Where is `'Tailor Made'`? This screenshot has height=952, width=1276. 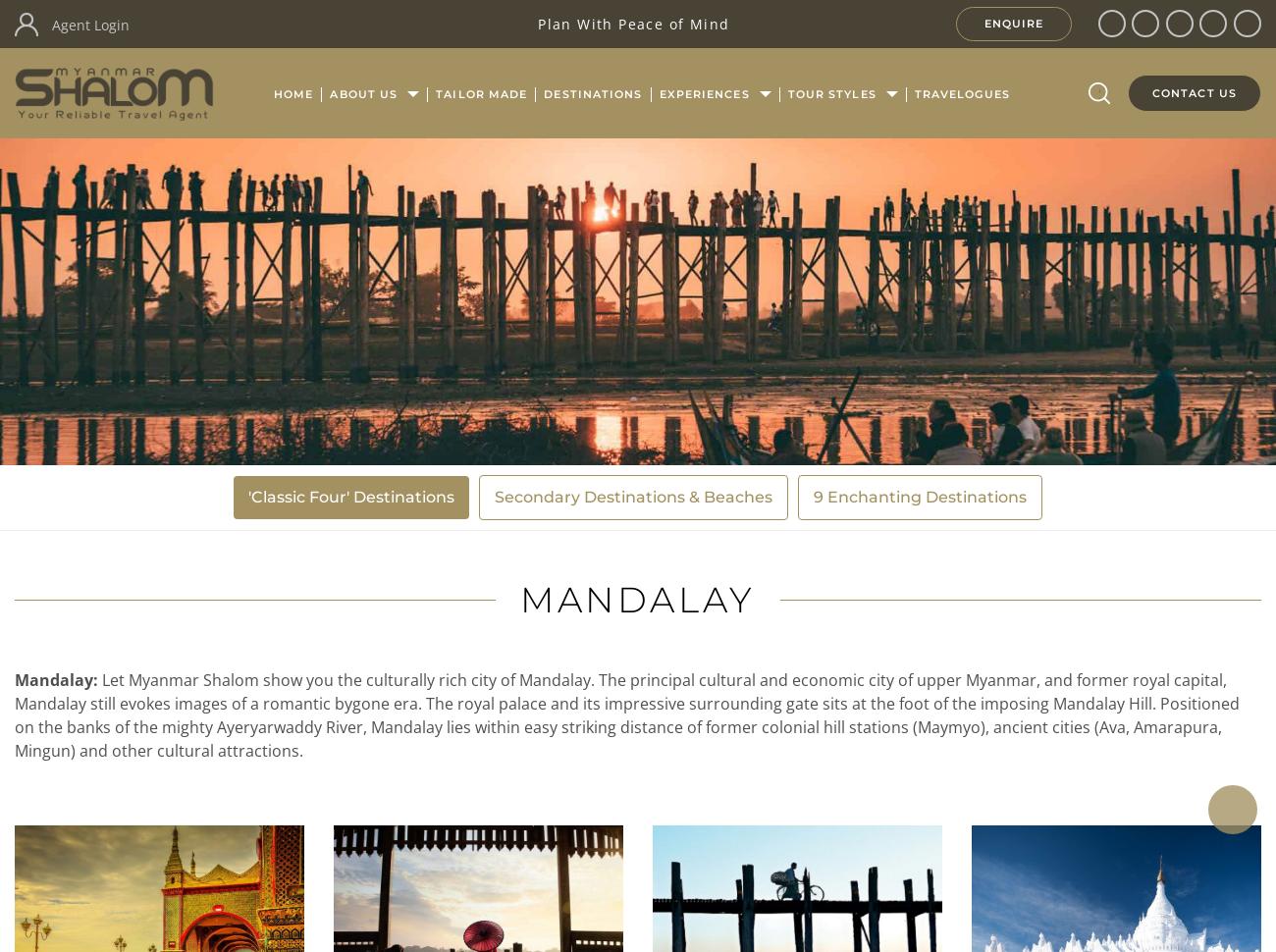 'Tailor Made' is located at coordinates (481, 93).